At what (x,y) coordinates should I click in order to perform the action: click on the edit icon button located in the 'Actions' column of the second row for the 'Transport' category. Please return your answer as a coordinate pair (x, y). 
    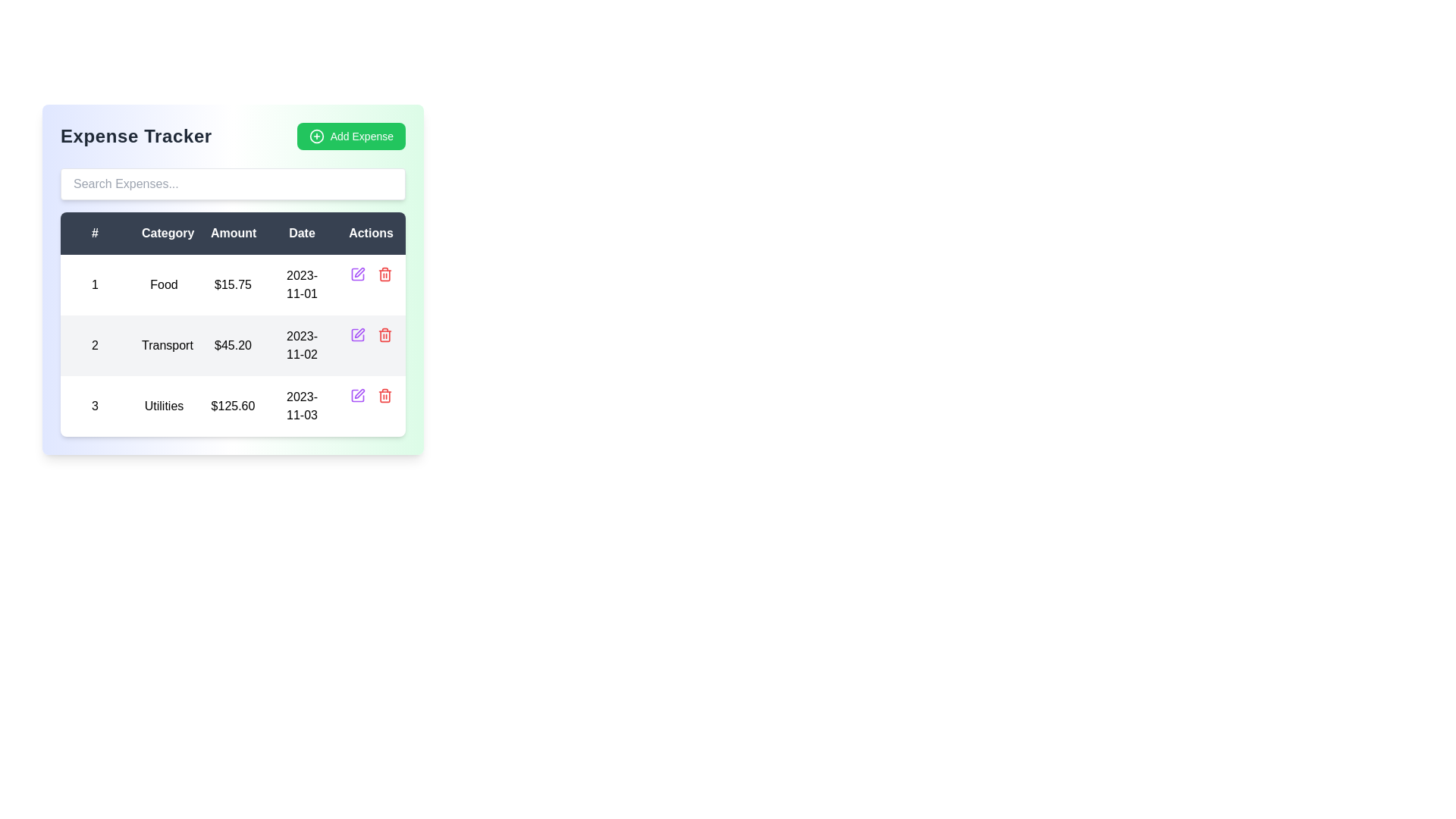
    Looking at the image, I should click on (359, 332).